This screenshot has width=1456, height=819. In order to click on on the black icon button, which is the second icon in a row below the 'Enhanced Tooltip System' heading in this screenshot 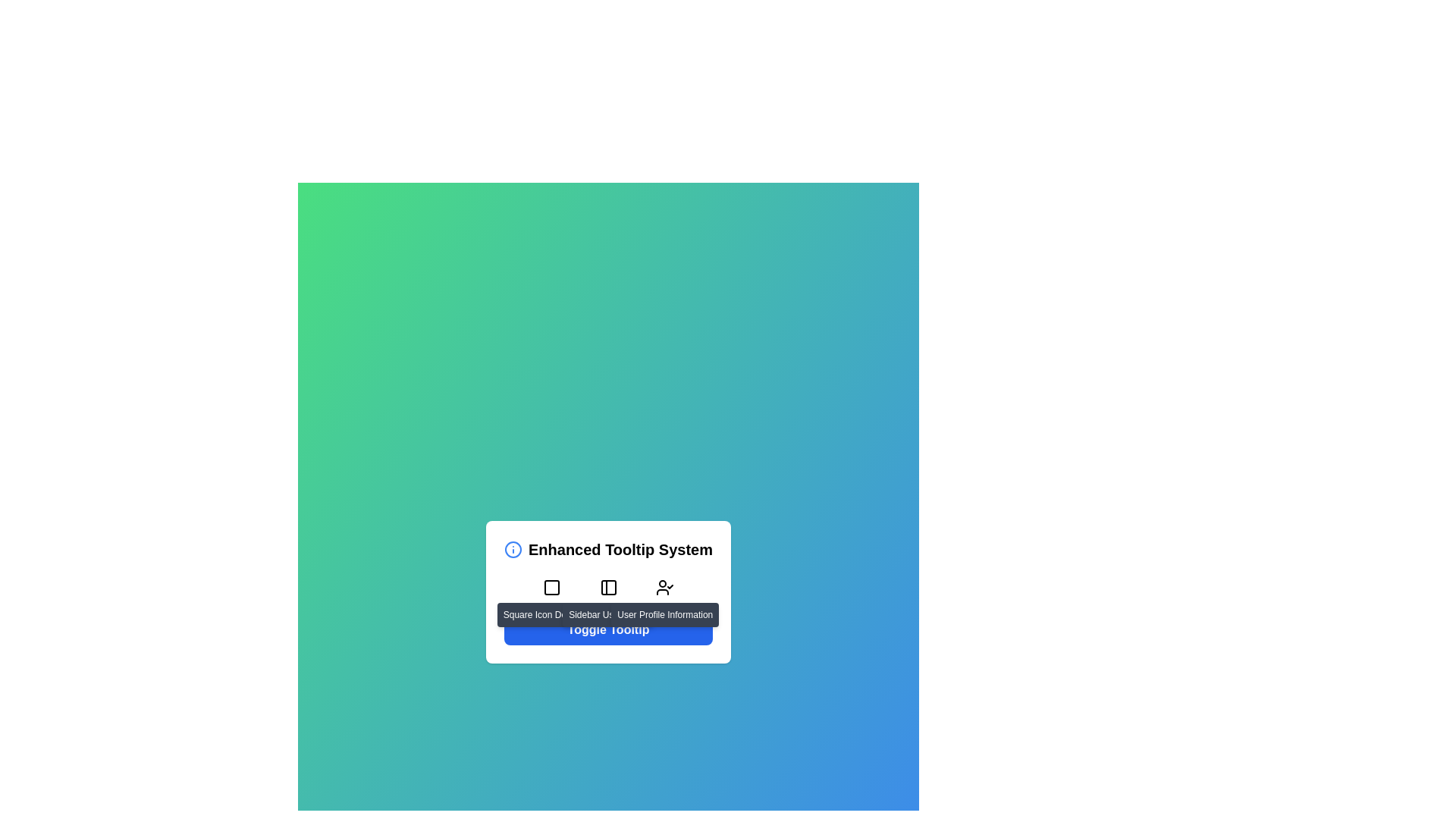, I will do `click(608, 587)`.